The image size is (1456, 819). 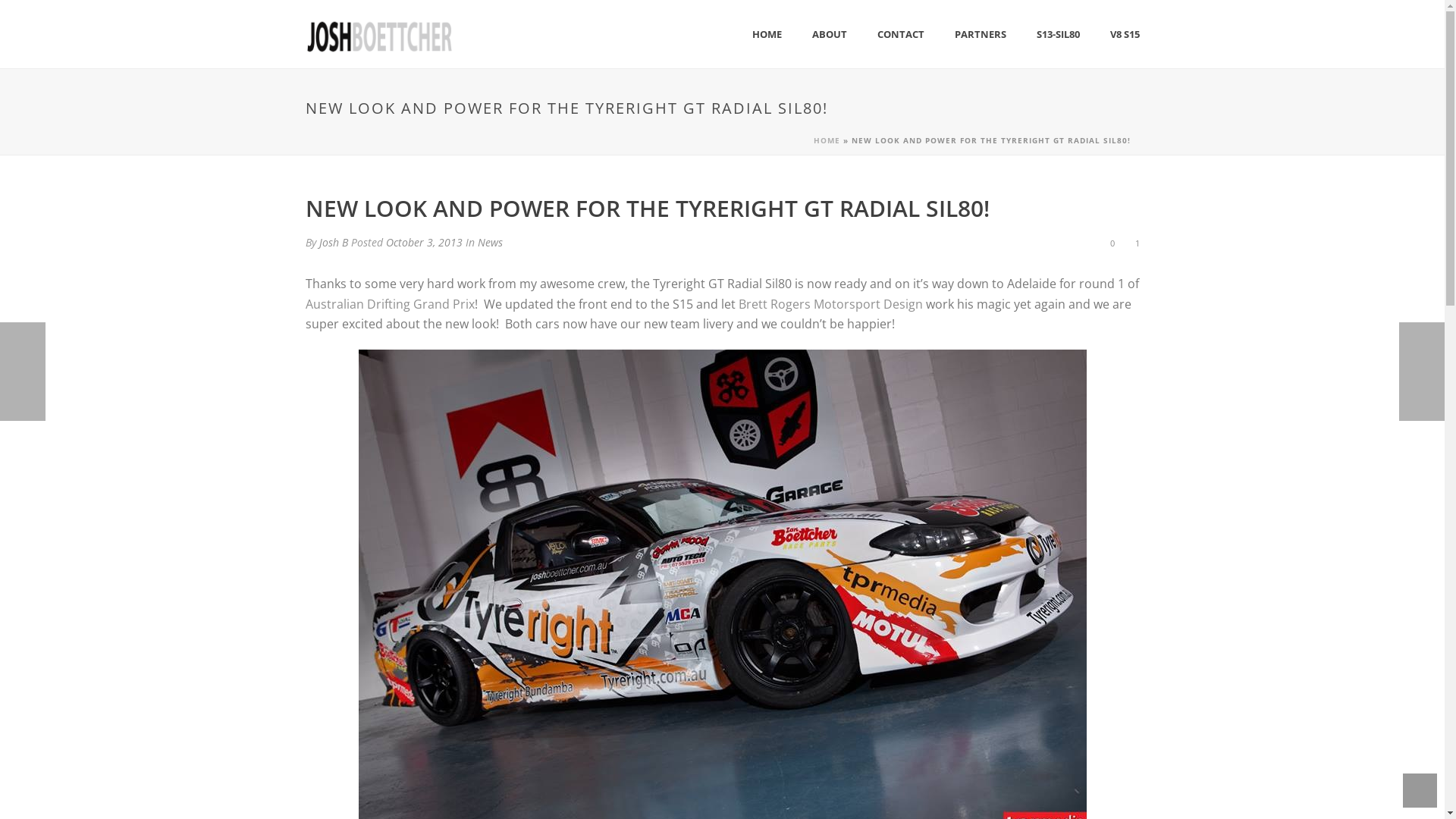 What do you see at coordinates (861, 34) in the screenshot?
I see `'CONTACT'` at bounding box center [861, 34].